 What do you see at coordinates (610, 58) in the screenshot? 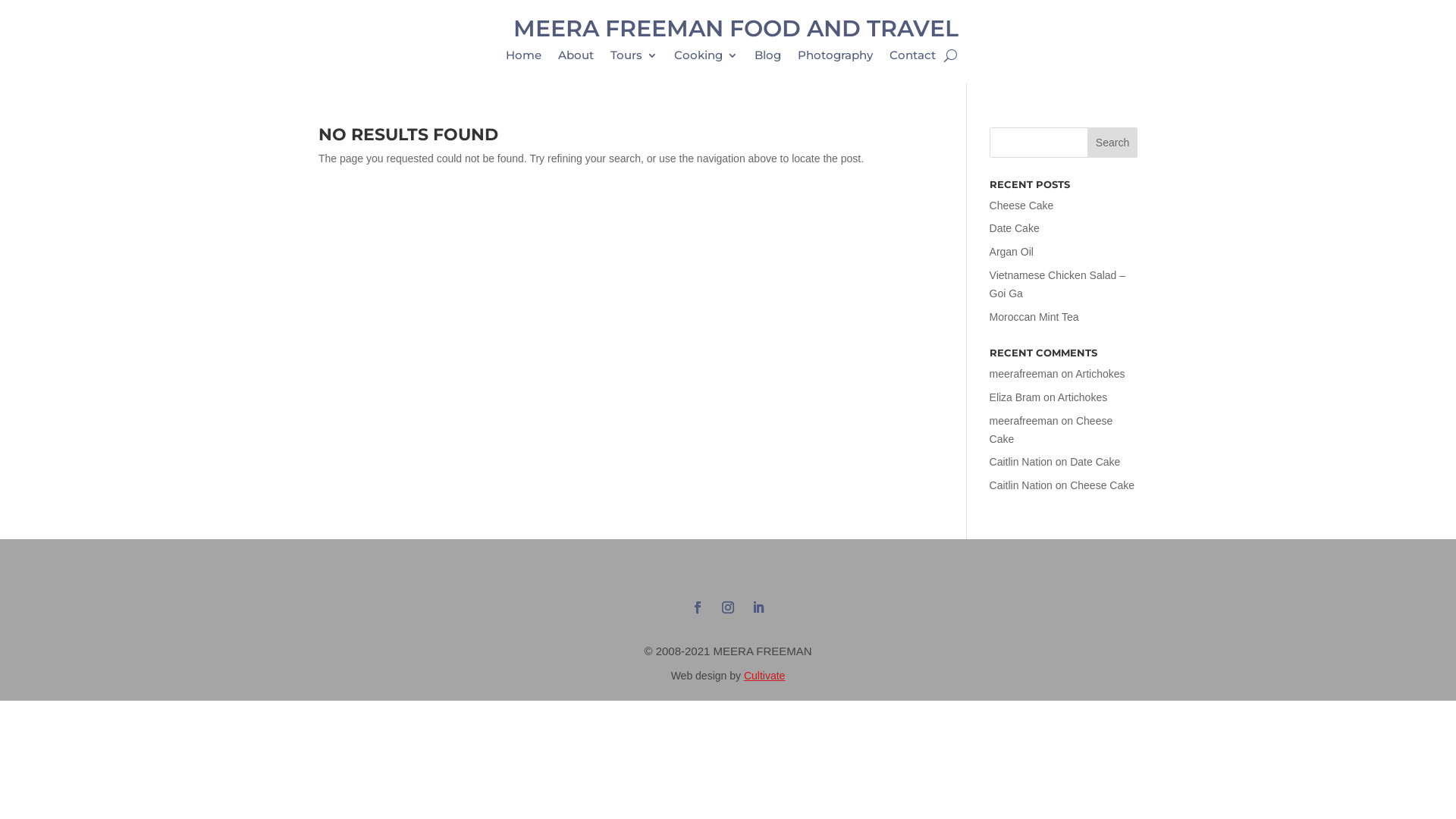
I see `'Tours'` at bounding box center [610, 58].